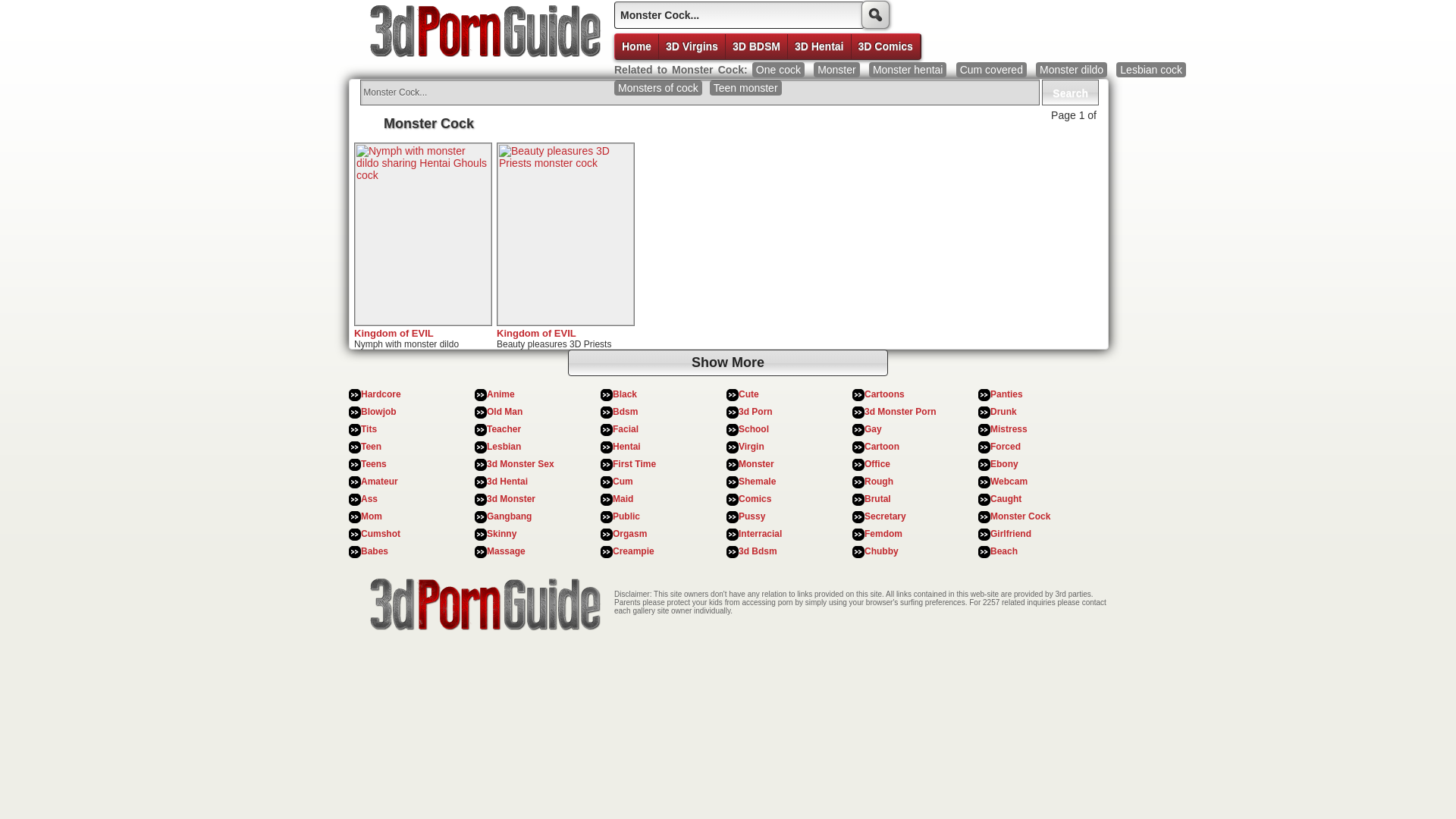  What do you see at coordinates (506, 551) in the screenshot?
I see `'Massage'` at bounding box center [506, 551].